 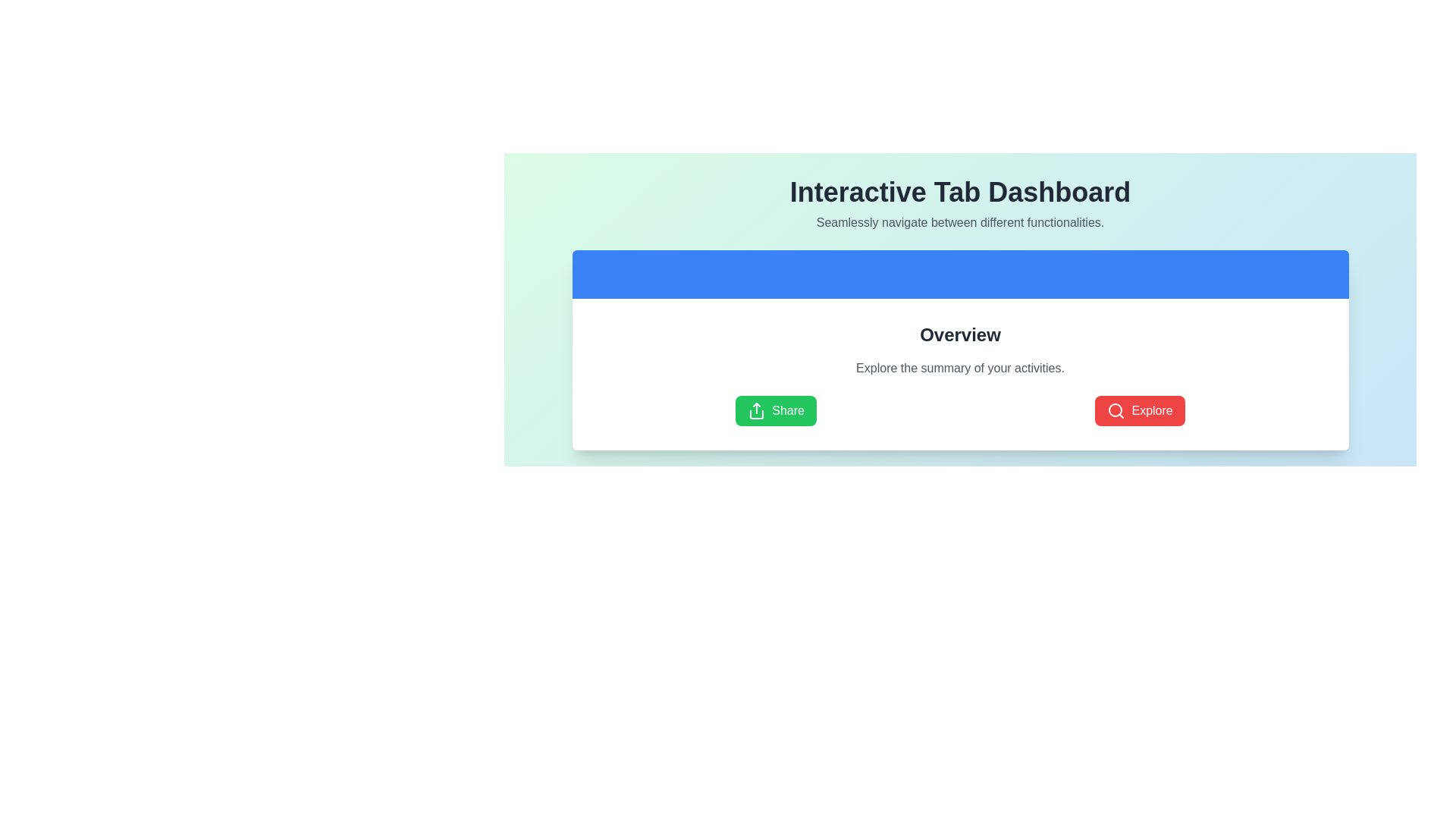 What do you see at coordinates (959, 205) in the screenshot?
I see `the text block header and subtitle that displays 'Interactive Tab Dashboard' and 'Seamlessly navigate between different functionalities.'` at bounding box center [959, 205].